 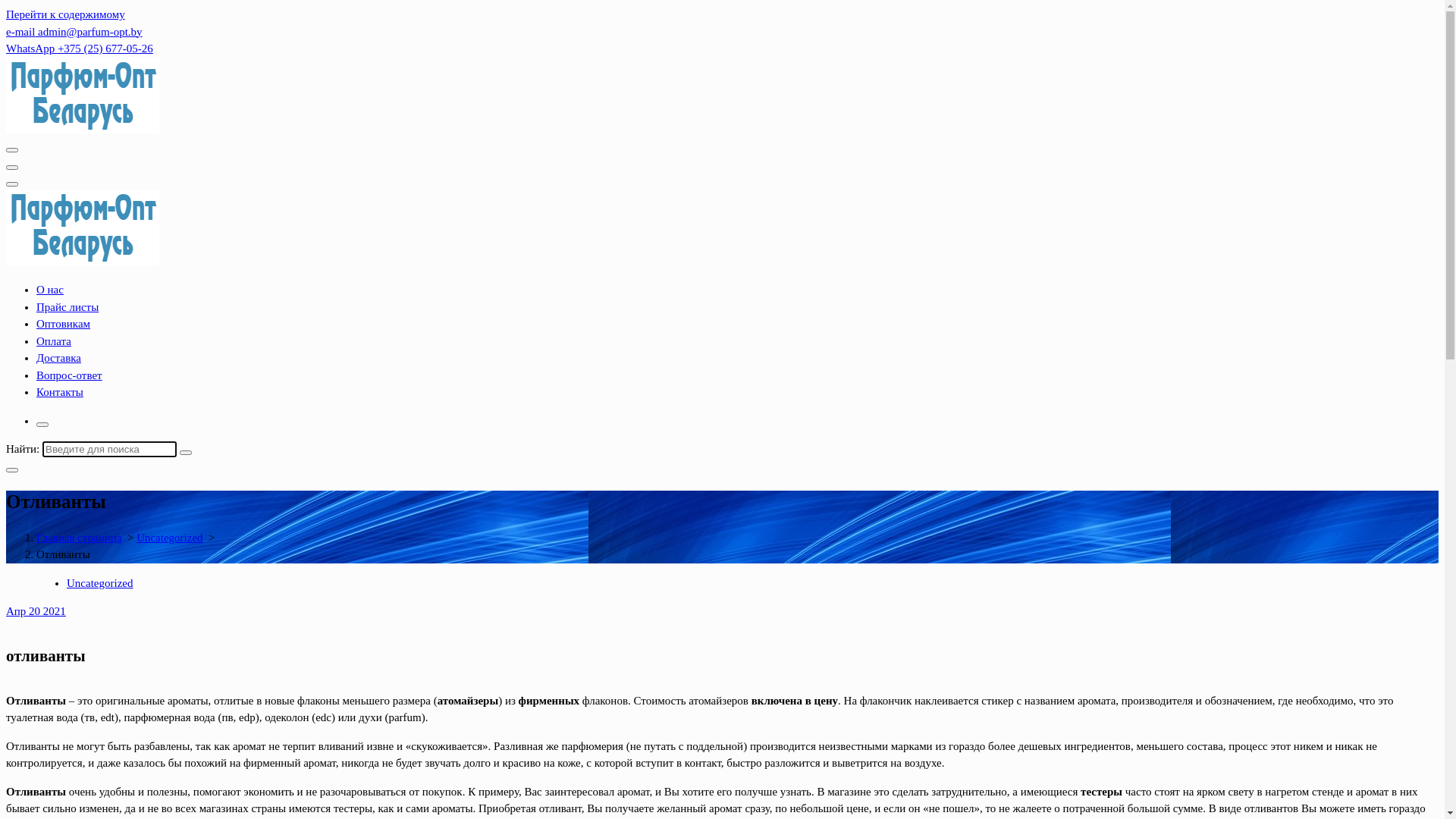 I want to click on 'Uncategorized', so click(x=99, y=581).